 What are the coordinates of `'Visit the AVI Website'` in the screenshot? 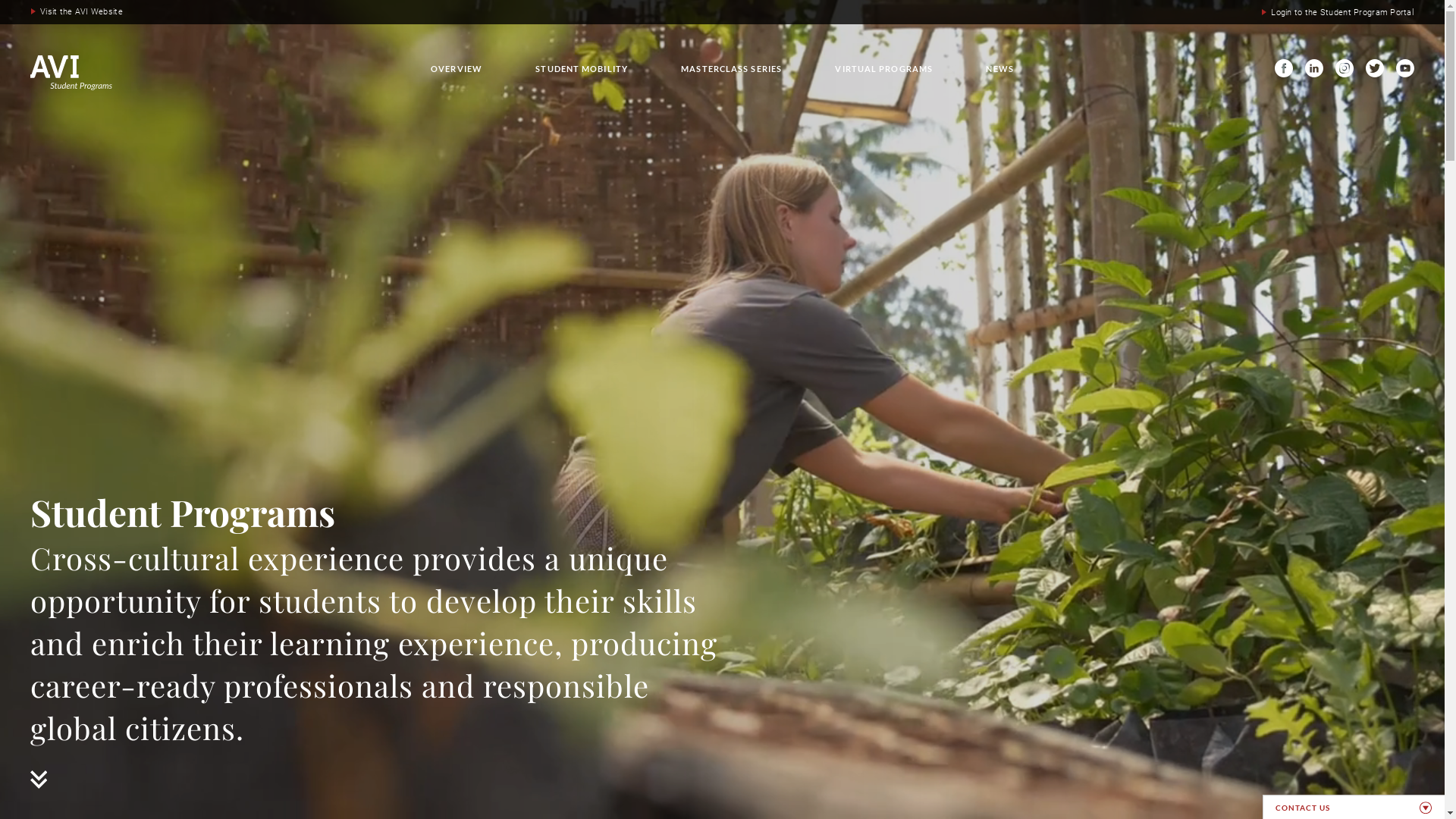 It's located at (76, 11).